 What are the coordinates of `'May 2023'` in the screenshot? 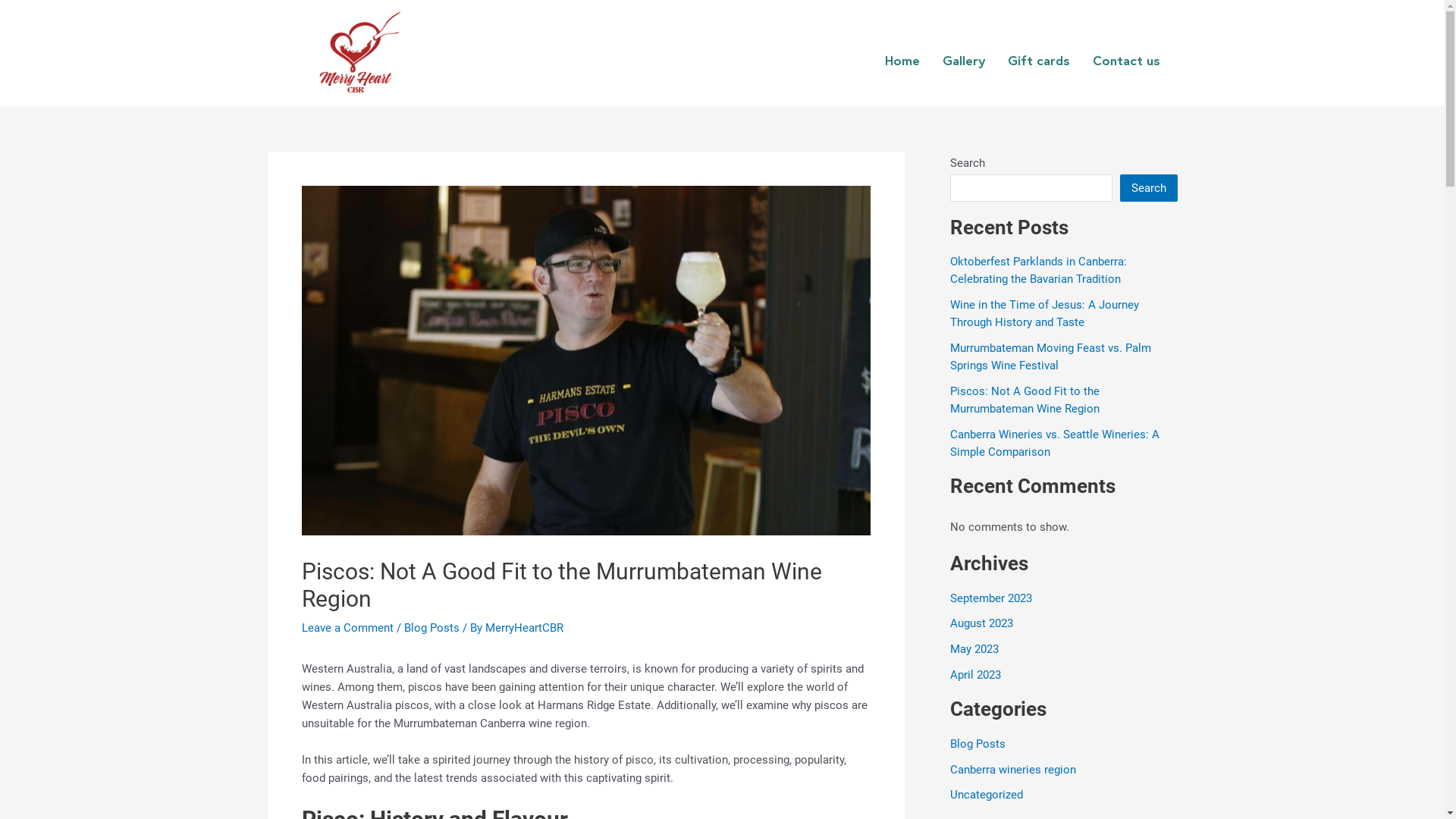 It's located at (949, 648).